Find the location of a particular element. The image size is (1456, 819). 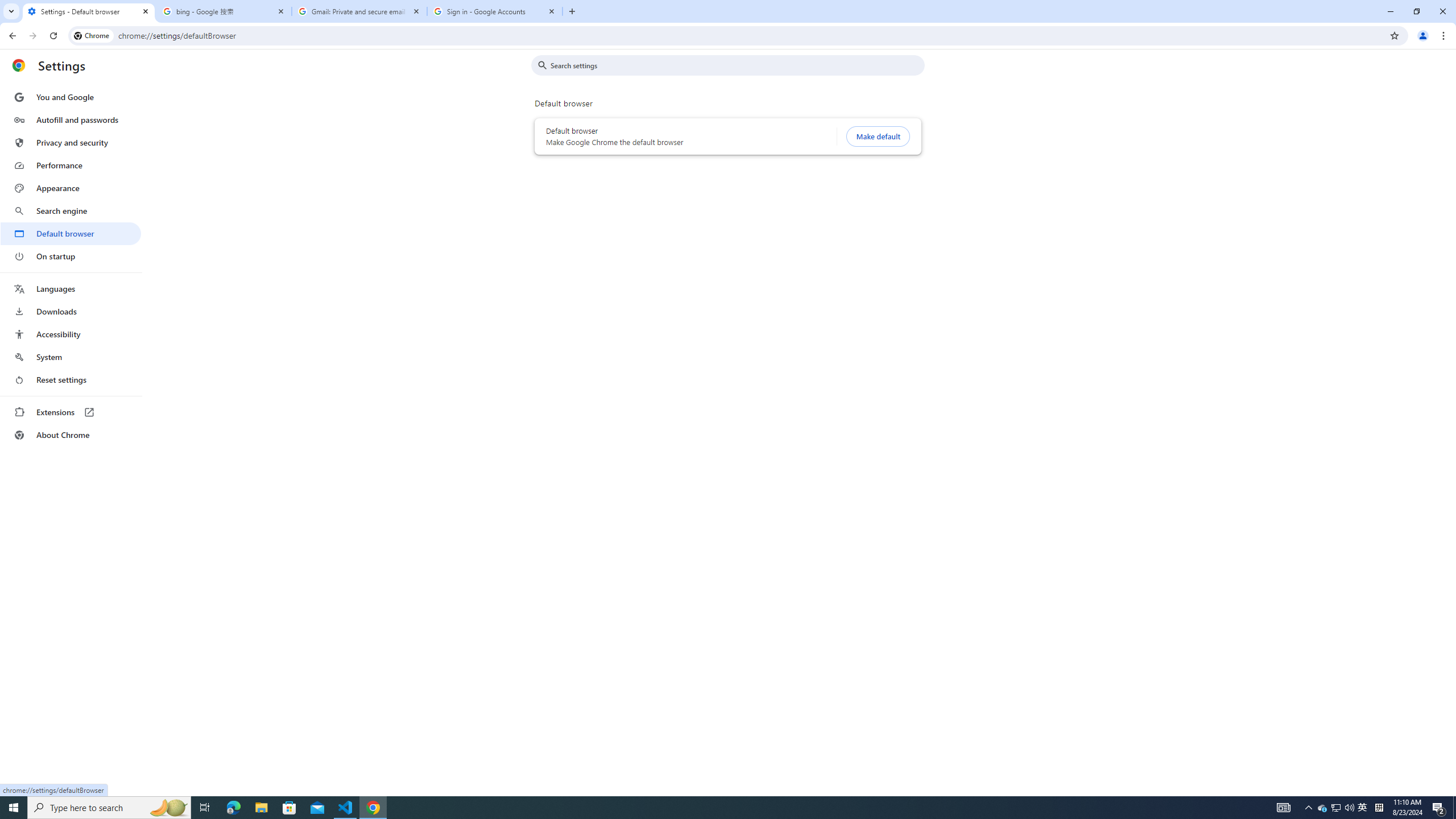

'On startup' is located at coordinates (70, 255).